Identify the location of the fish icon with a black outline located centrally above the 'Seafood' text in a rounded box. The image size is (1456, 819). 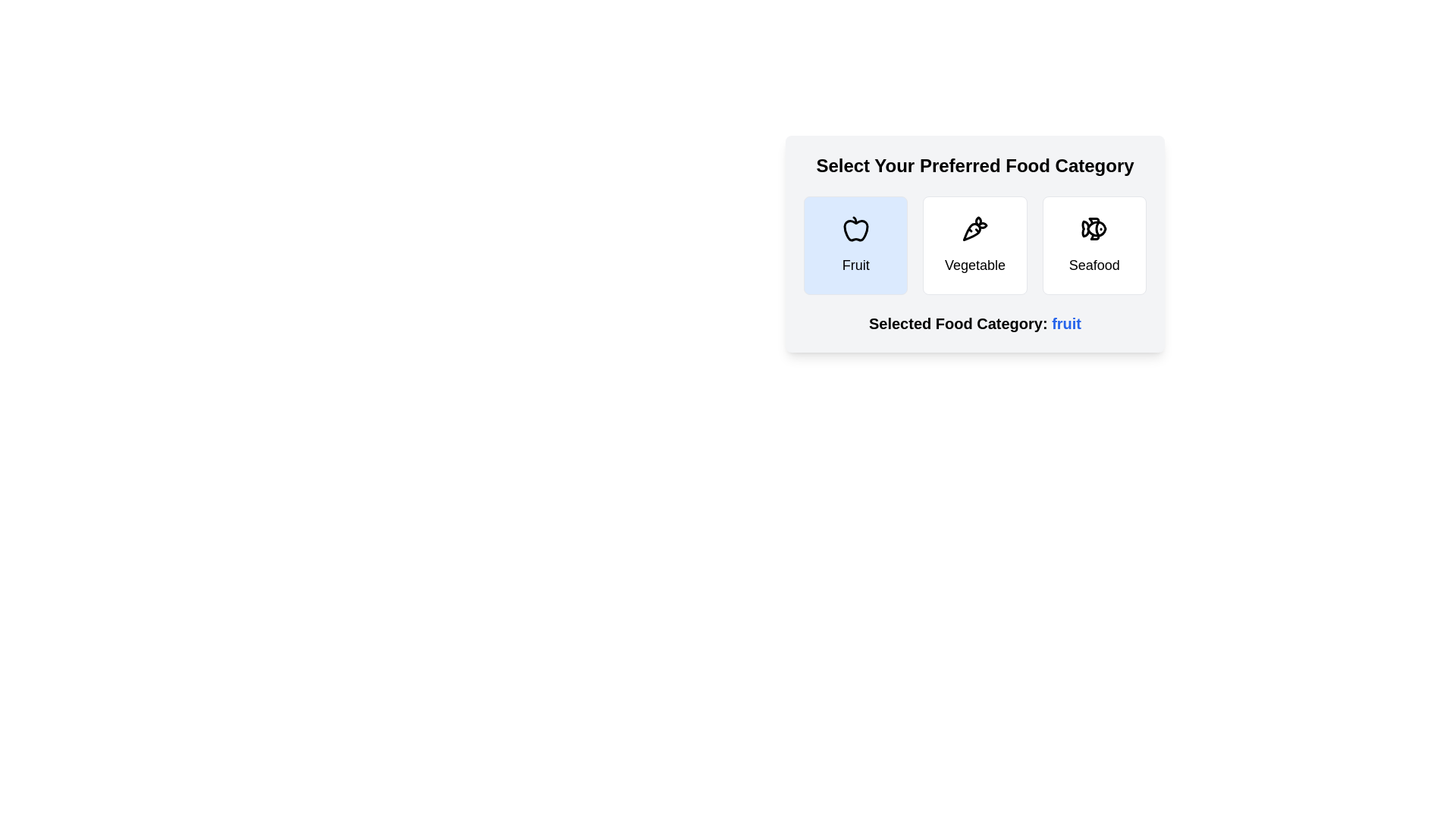
(1094, 228).